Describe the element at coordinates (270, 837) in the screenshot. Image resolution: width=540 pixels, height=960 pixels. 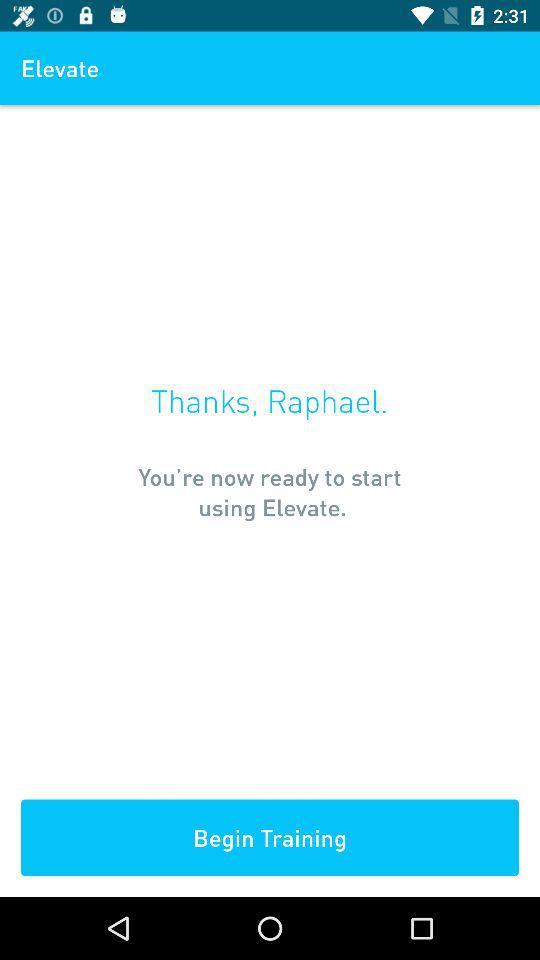
I see `the icon below the you re now item` at that location.